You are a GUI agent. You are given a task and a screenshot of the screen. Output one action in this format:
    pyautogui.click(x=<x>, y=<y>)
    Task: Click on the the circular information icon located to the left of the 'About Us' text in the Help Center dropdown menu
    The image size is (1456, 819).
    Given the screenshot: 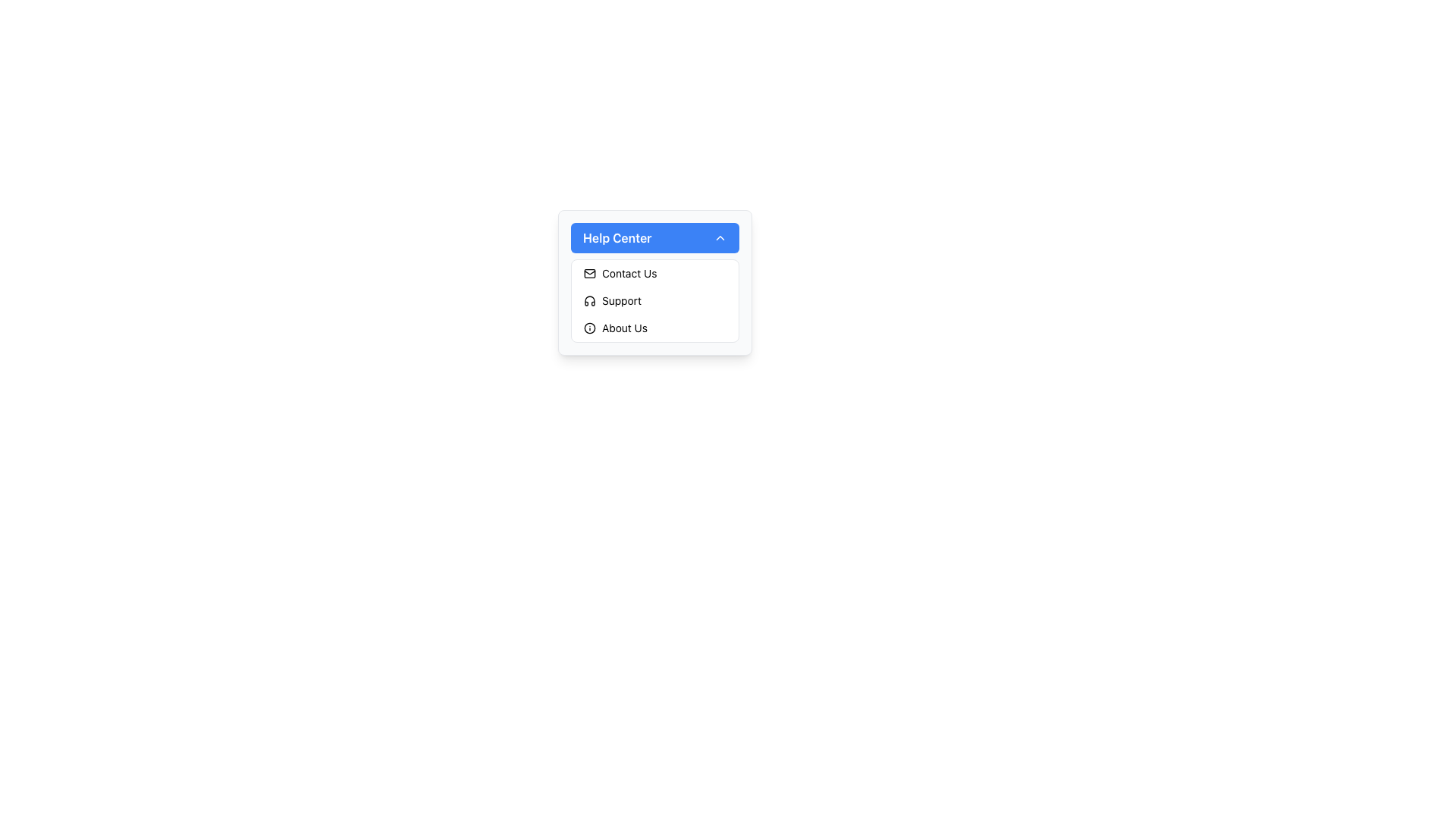 What is the action you would take?
    pyautogui.click(x=588, y=327)
    